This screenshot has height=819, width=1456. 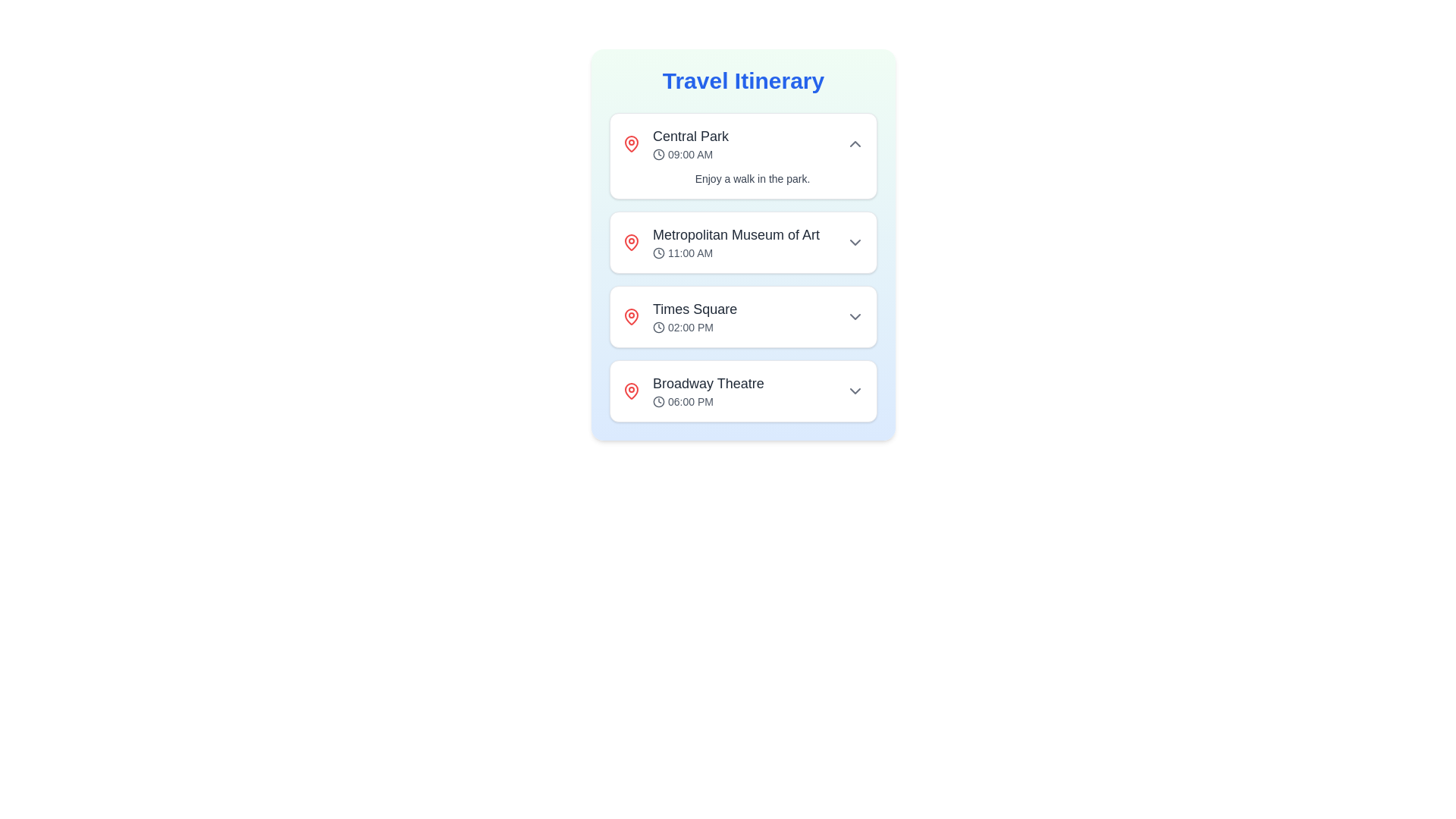 I want to click on the clock icon element that visually represents the time for the itinerary item 'Metropolitan Museum of Art' at '11:00 AM', located closely aligned to the left of the displayed time, so click(x=658, y=253).